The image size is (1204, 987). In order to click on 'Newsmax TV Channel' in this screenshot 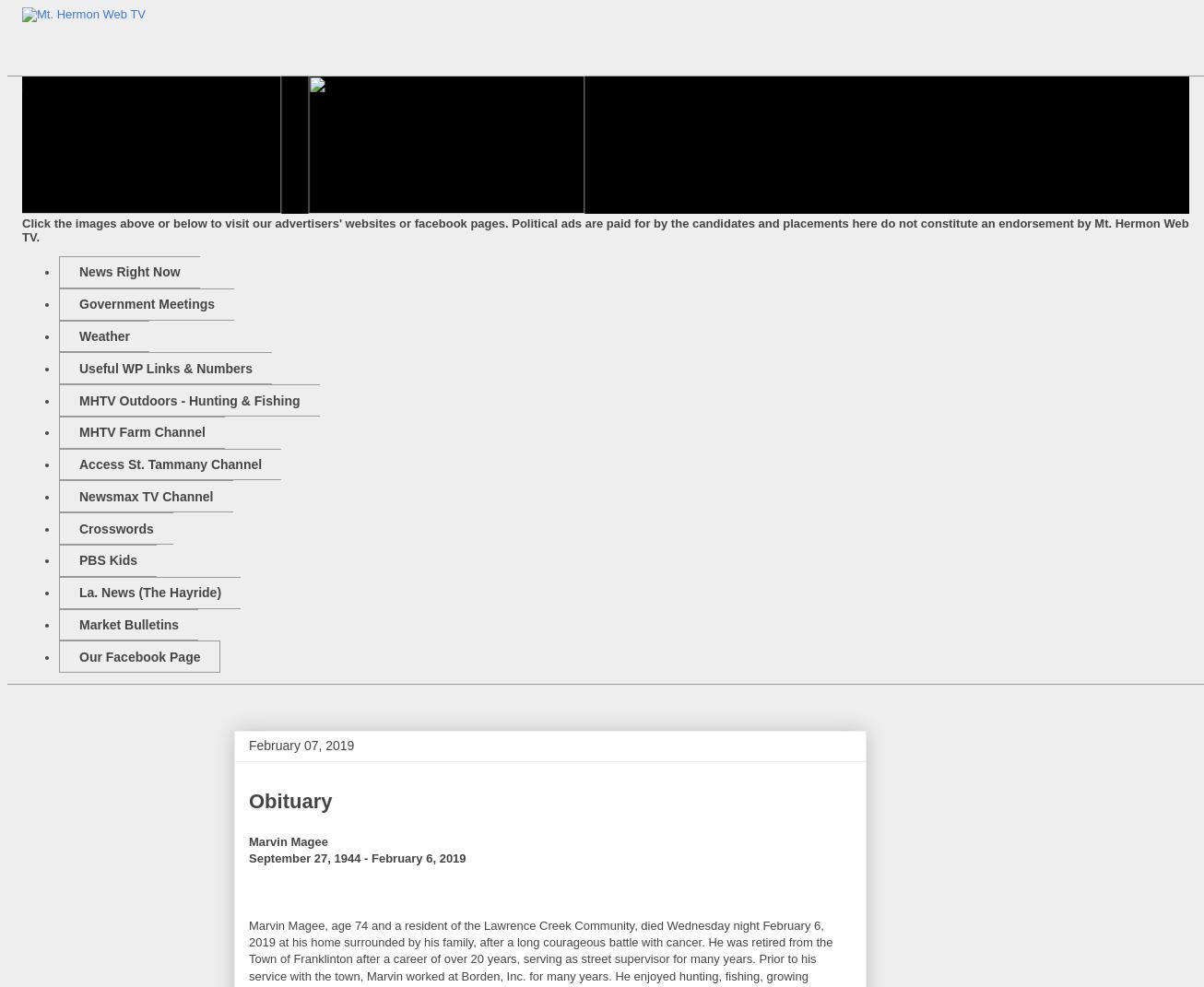, I will do `click(77, 495)`.